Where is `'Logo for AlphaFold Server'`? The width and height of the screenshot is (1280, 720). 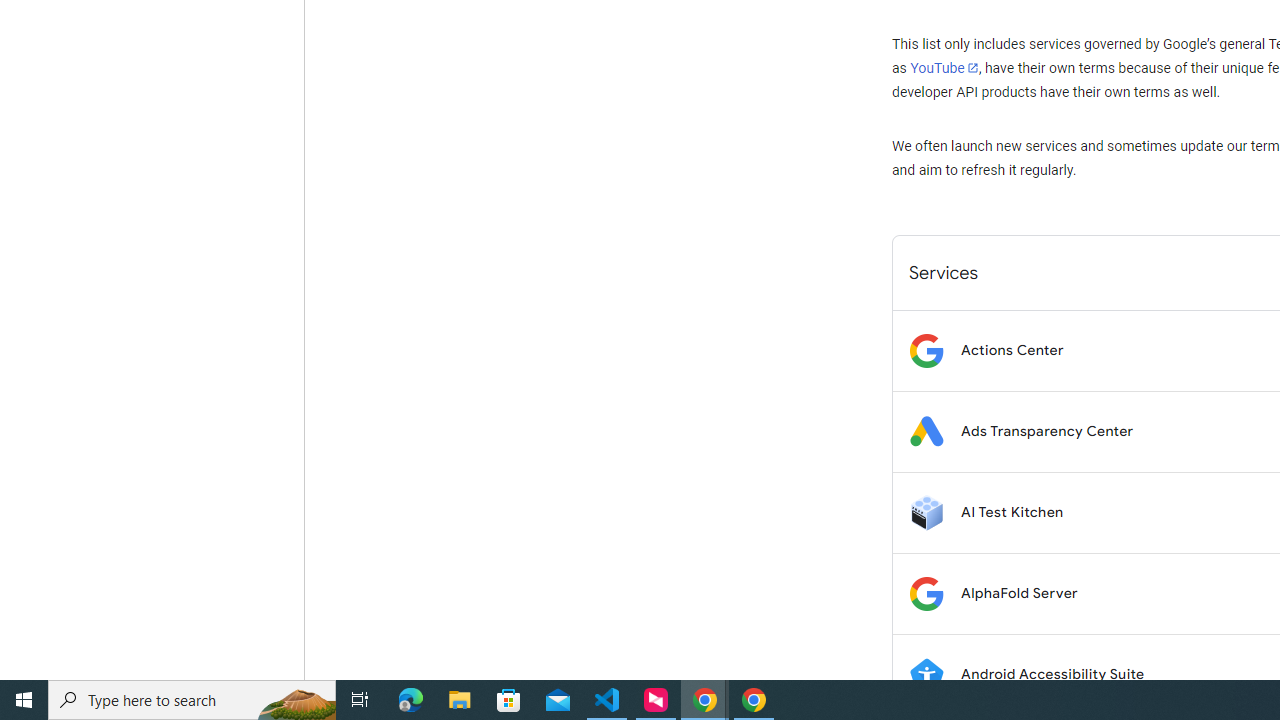
'Logo for AlphaFold Server' is located at coordinates (925, 592).